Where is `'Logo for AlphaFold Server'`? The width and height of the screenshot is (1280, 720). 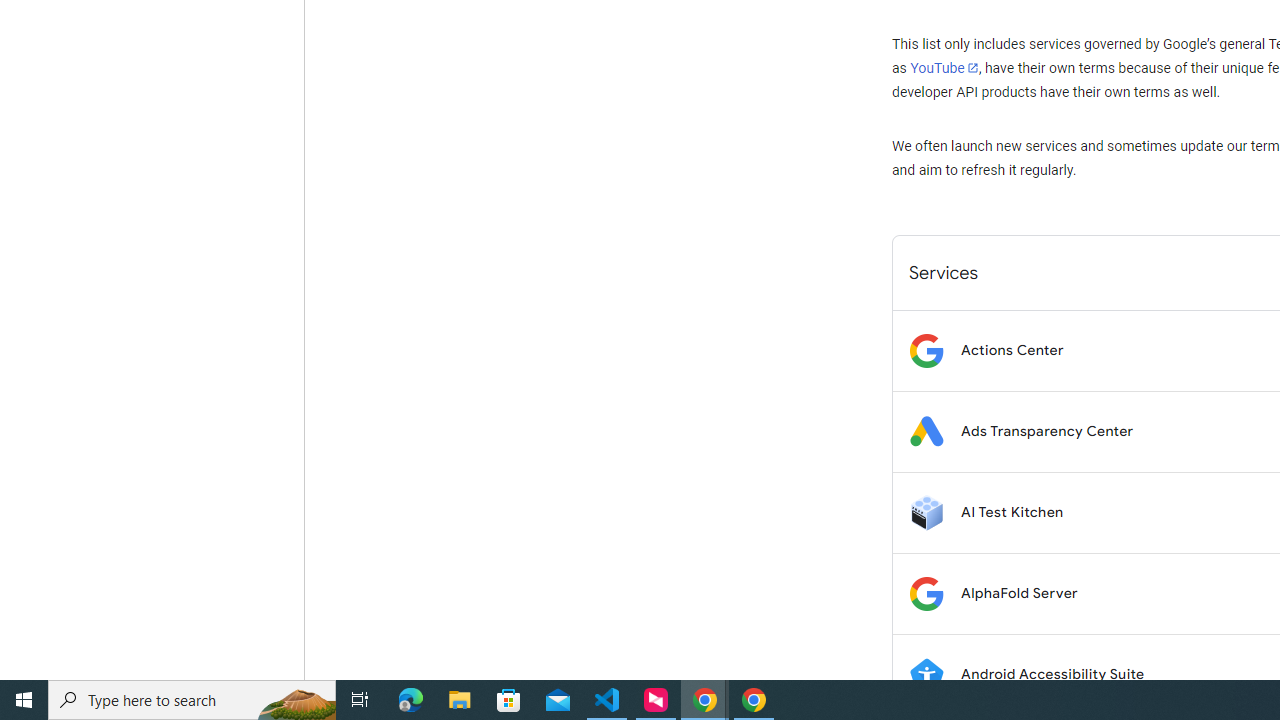
'Logo for AlphaFold Server' is located at coordinates (925, 592).